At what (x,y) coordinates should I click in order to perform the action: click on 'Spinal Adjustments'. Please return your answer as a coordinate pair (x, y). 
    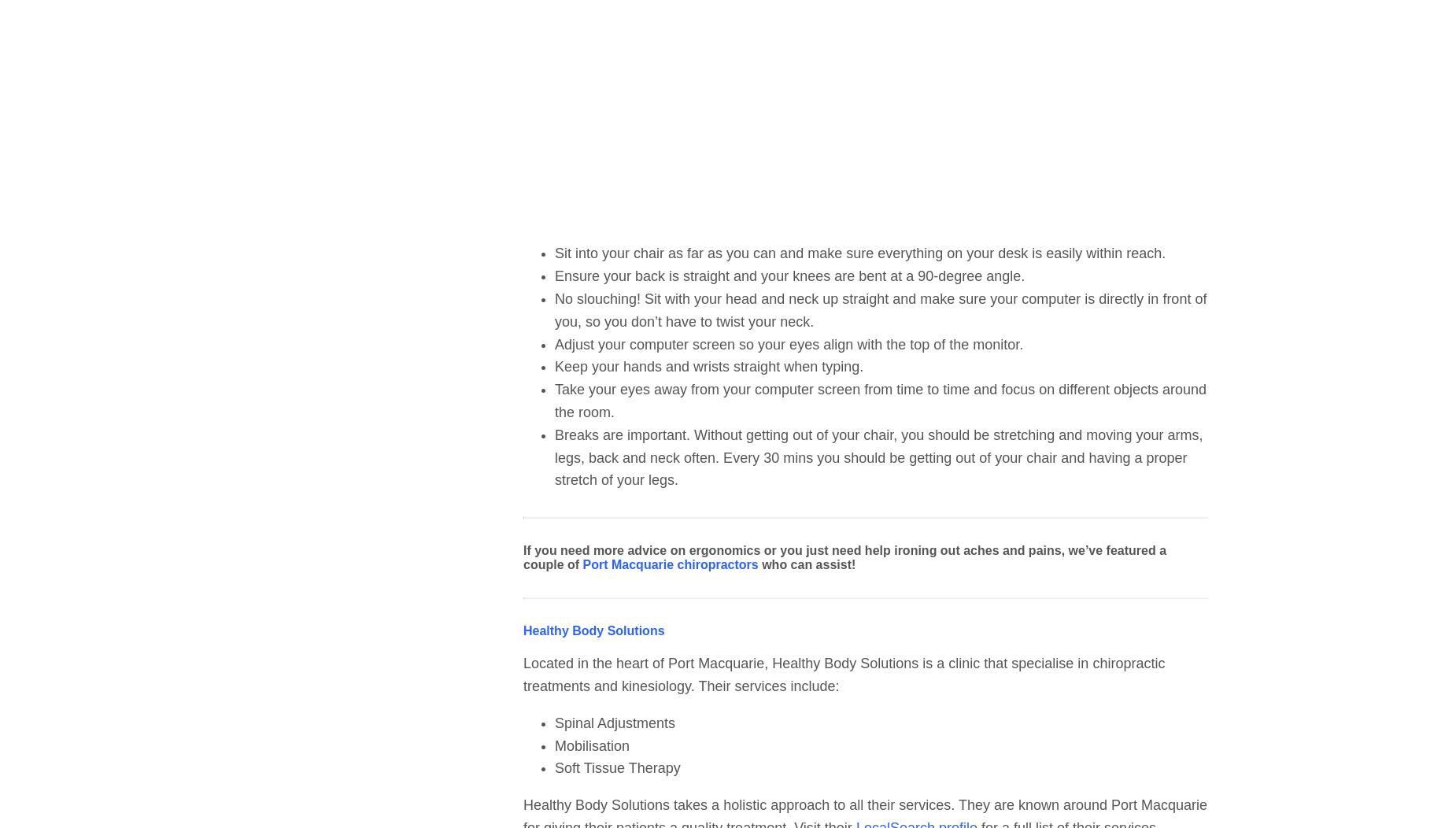
    Looking at the image, I should click on (615, 722).